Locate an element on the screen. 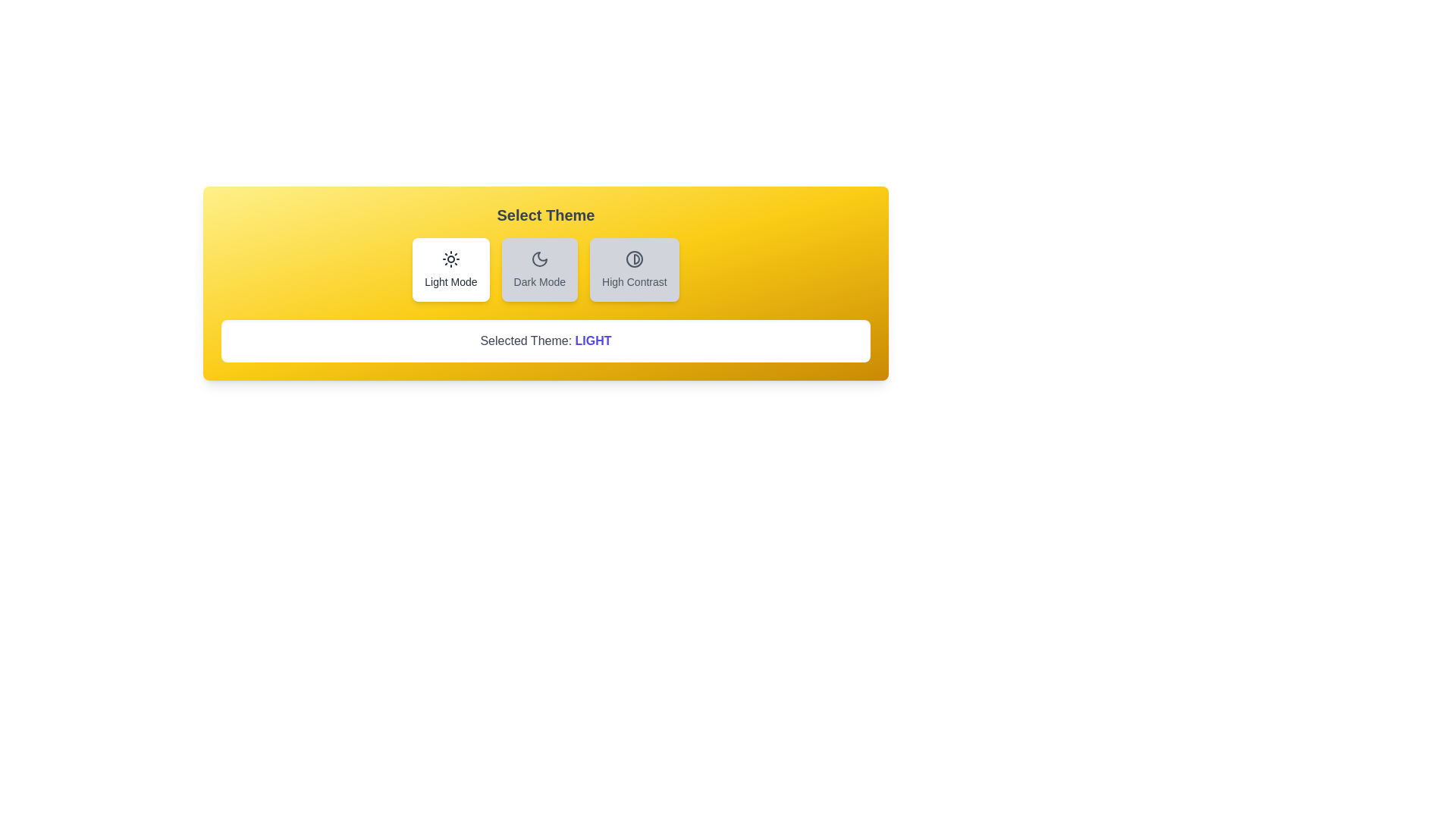 This screenshot has height=819, width=1456. the button corresponding to the theme Light Mode to select it is located at coordinates (450, 268).